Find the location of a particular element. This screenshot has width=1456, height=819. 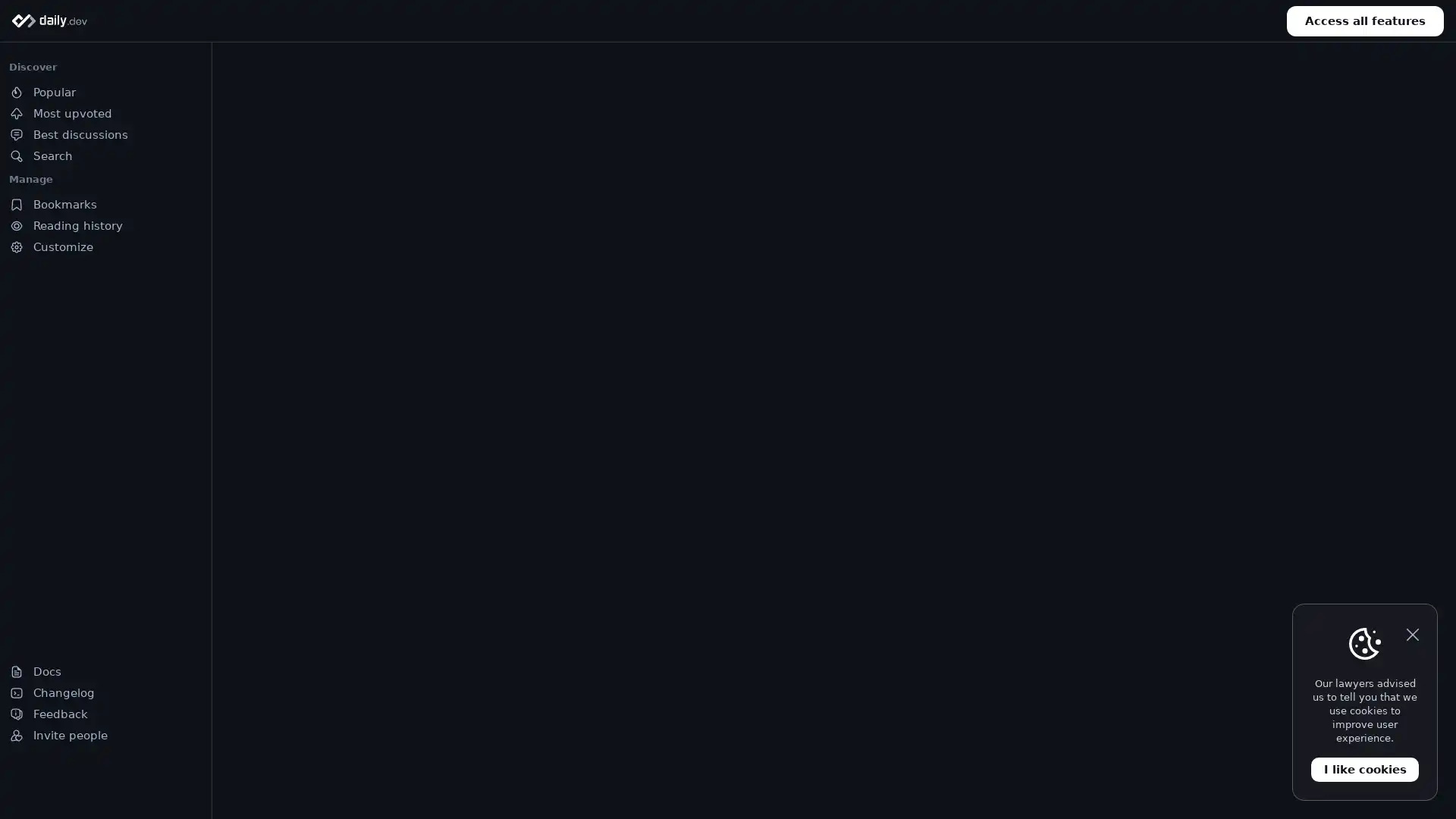

Options is located at coordinates (795, 491).